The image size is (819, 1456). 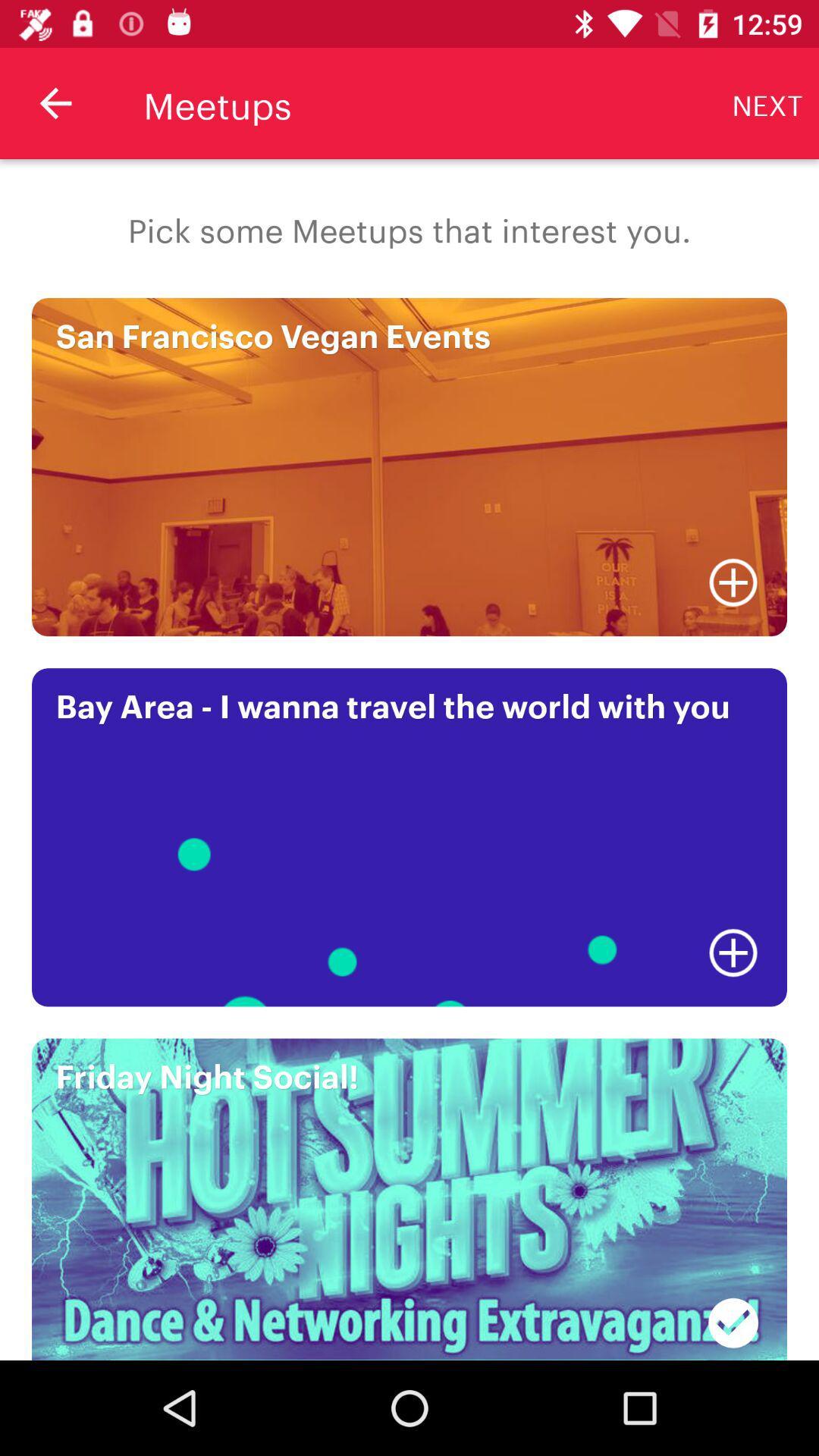 I want to click on icon below the san francisco vegan icon, so click(x=733, y=582).